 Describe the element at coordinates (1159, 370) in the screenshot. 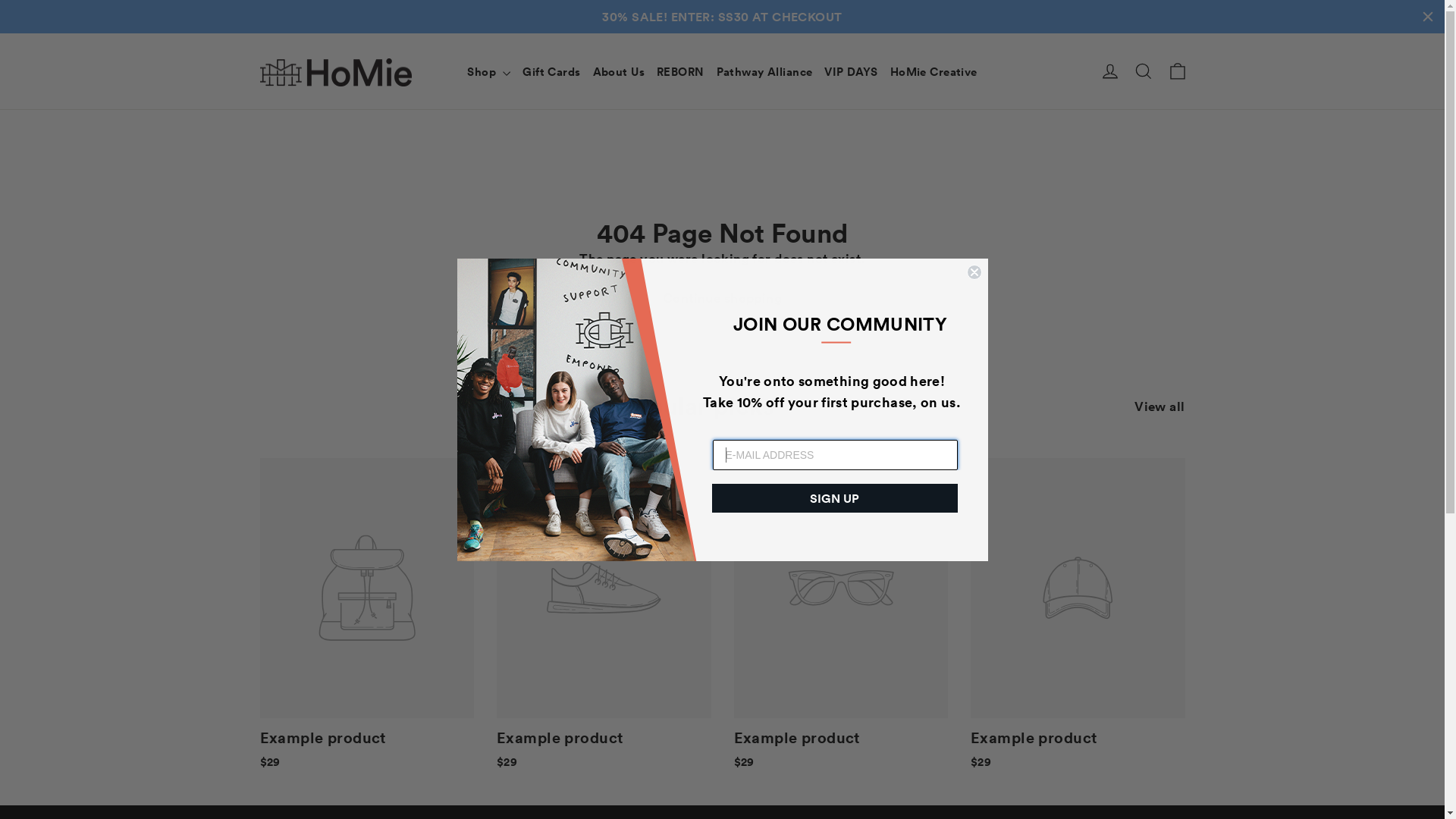

I see `'View all'` at that location.